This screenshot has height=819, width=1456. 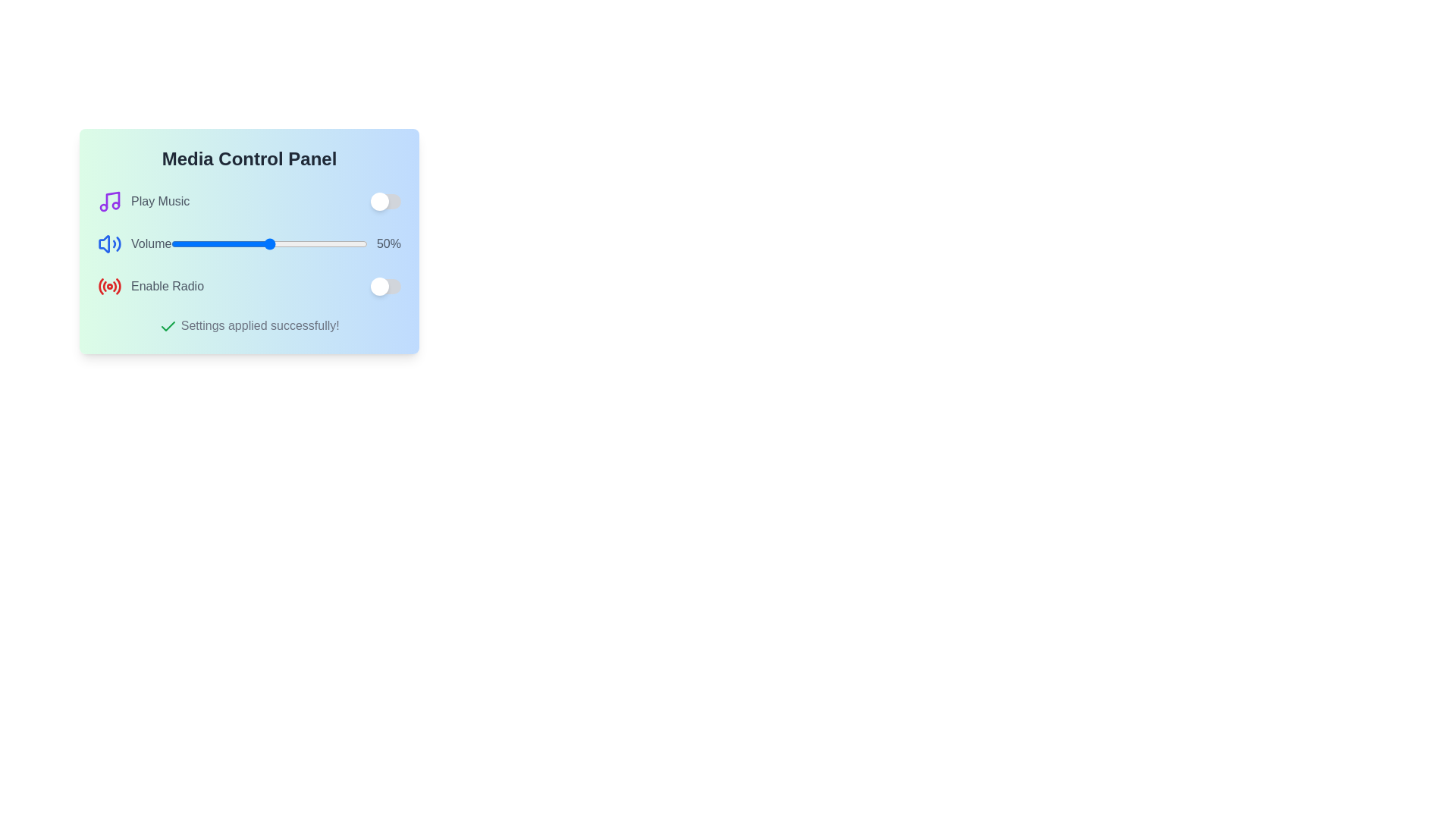 I want to click on the Text label associated with the musical note icon in the Media Control Panel, which is located to the right of the musical note icon and above the Volume and Enable Radio options, so click(x=160, y=201).